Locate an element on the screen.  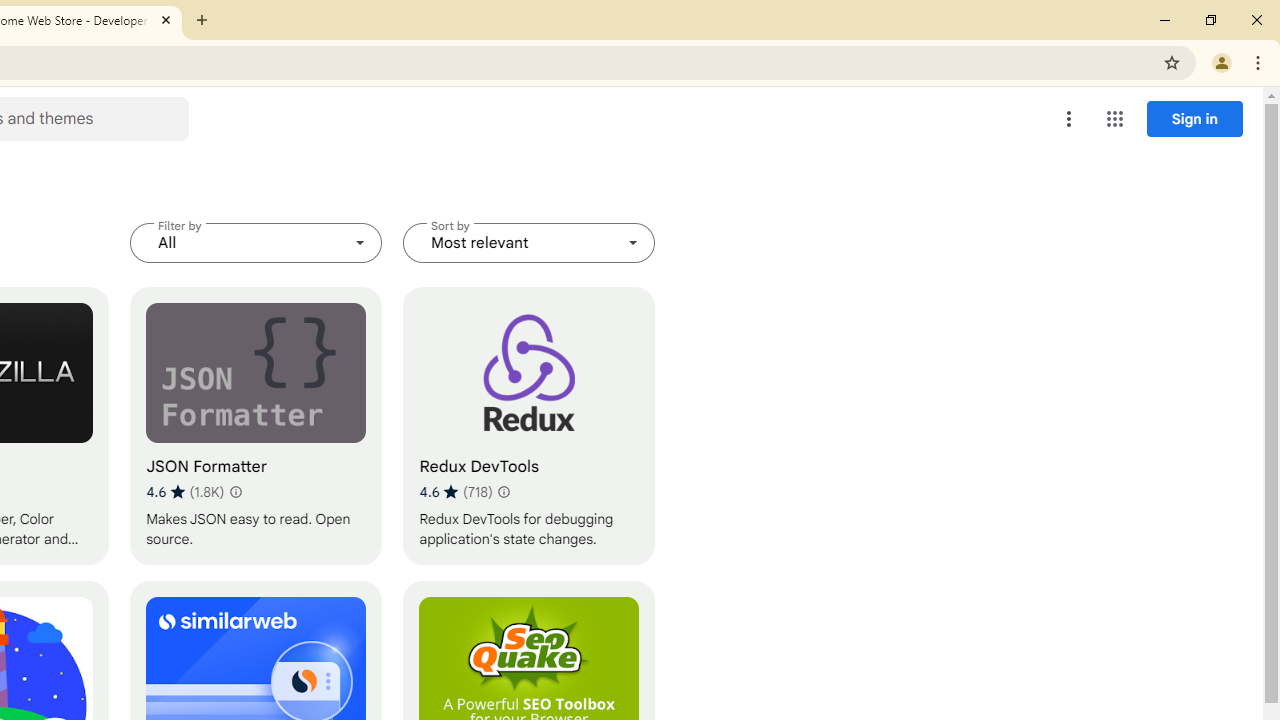
'Sort by Most relevant' is located at coordinates (529, 242).